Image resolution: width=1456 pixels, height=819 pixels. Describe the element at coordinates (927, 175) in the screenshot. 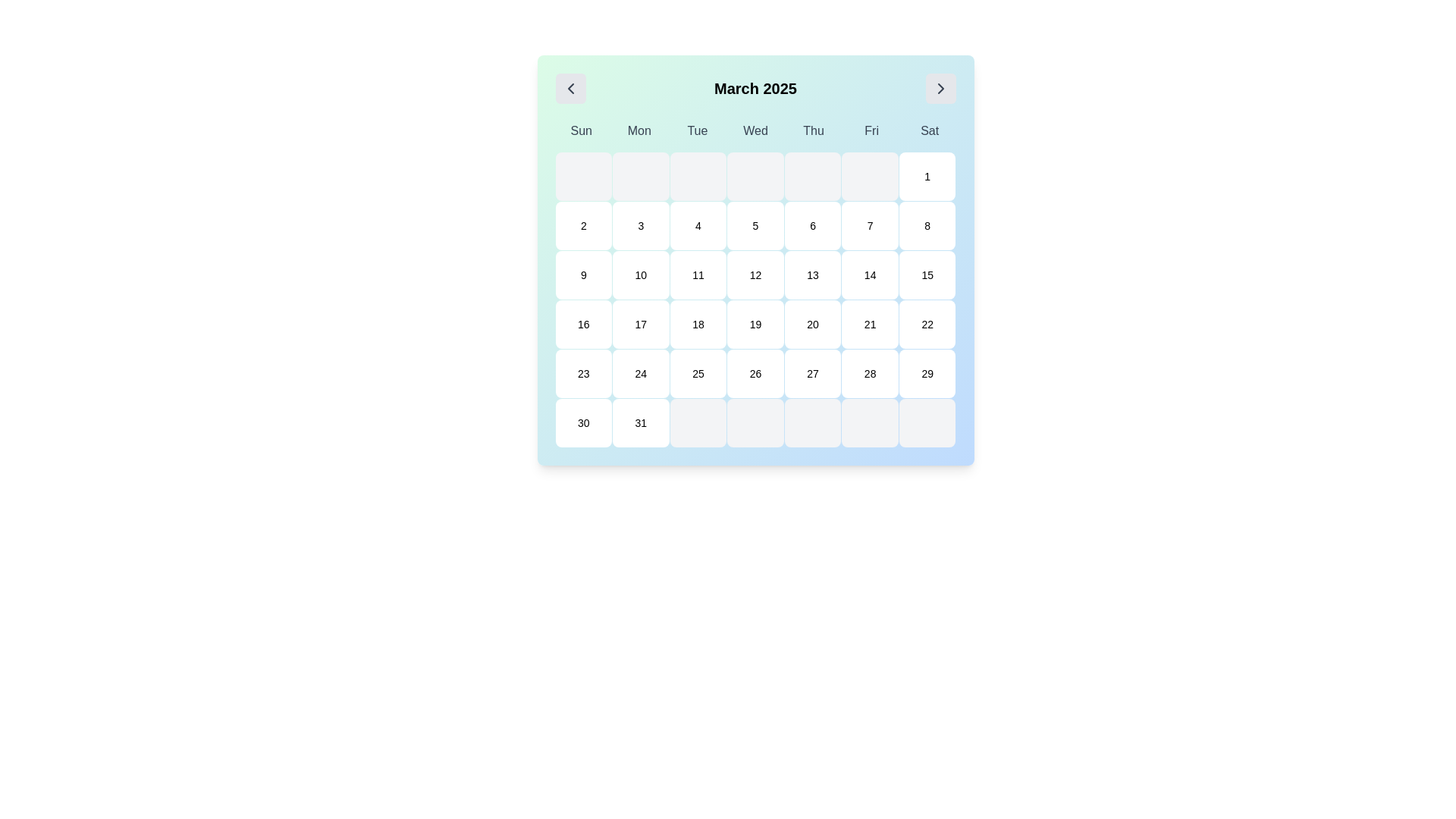

I see `the button representing the '1st' day of the month in the calendar` at that location.